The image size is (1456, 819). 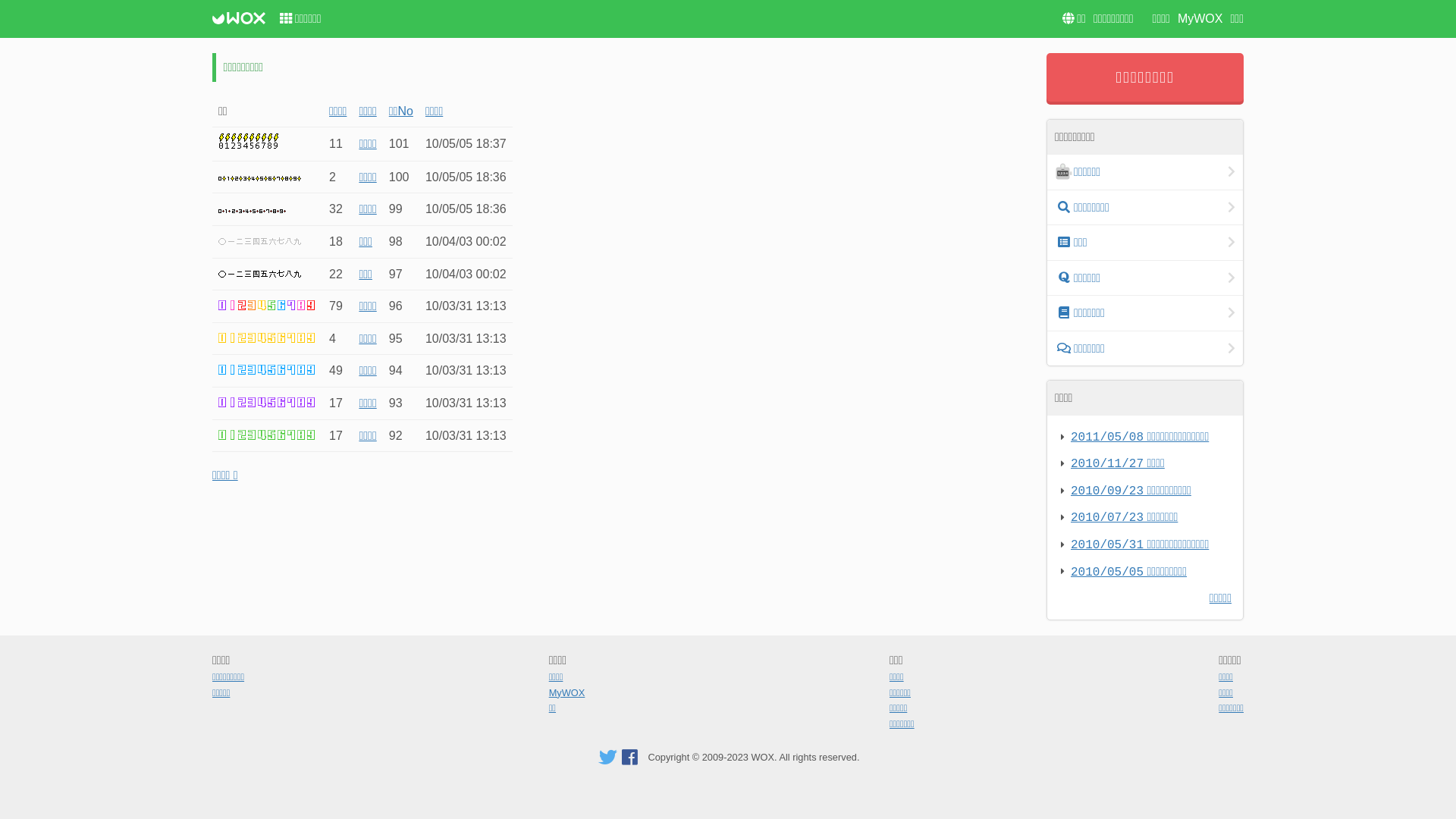 What do you see at coordinates (566, 692) in the screenshot?
I see `'MyWOX'` at bounding box center [566, 692].